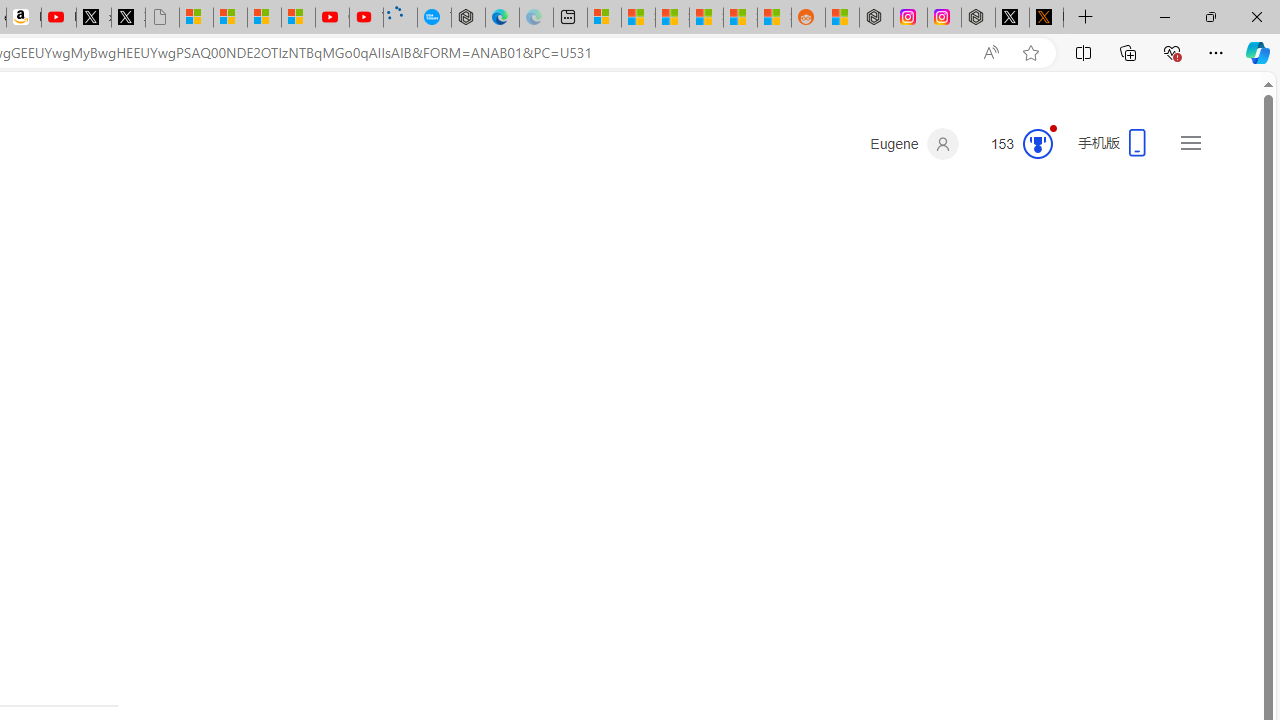  What do you see at coordinates (1046, 17) in the screenshot?
I see `'help.x.com | 524: A timeout occurred'` at bounding box center [1046, 17].